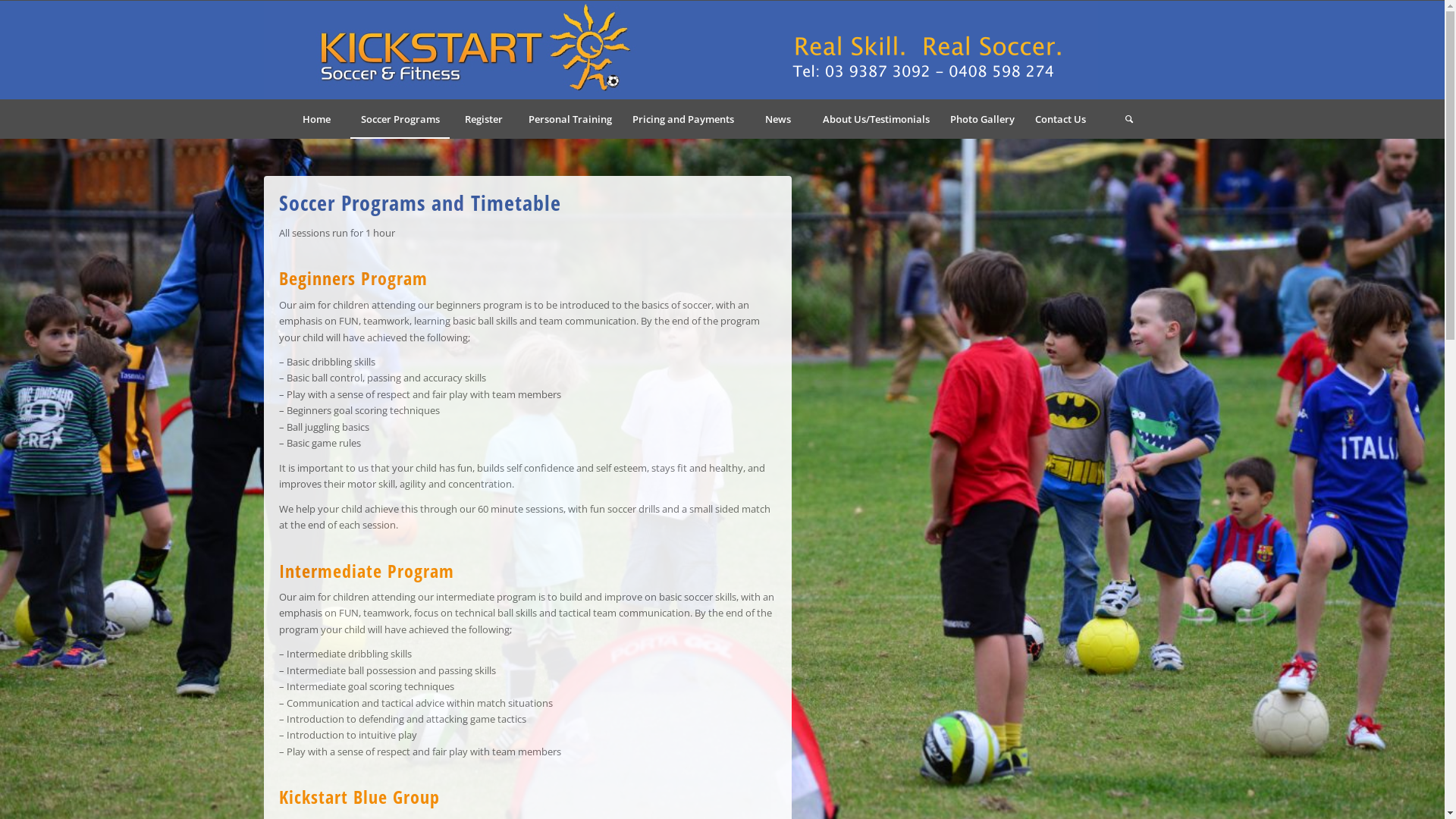  What do you see at coordinates (874, 118) in the screenshot?
I see `'About Us/Testimonials'` at bounding box center [874, 118].